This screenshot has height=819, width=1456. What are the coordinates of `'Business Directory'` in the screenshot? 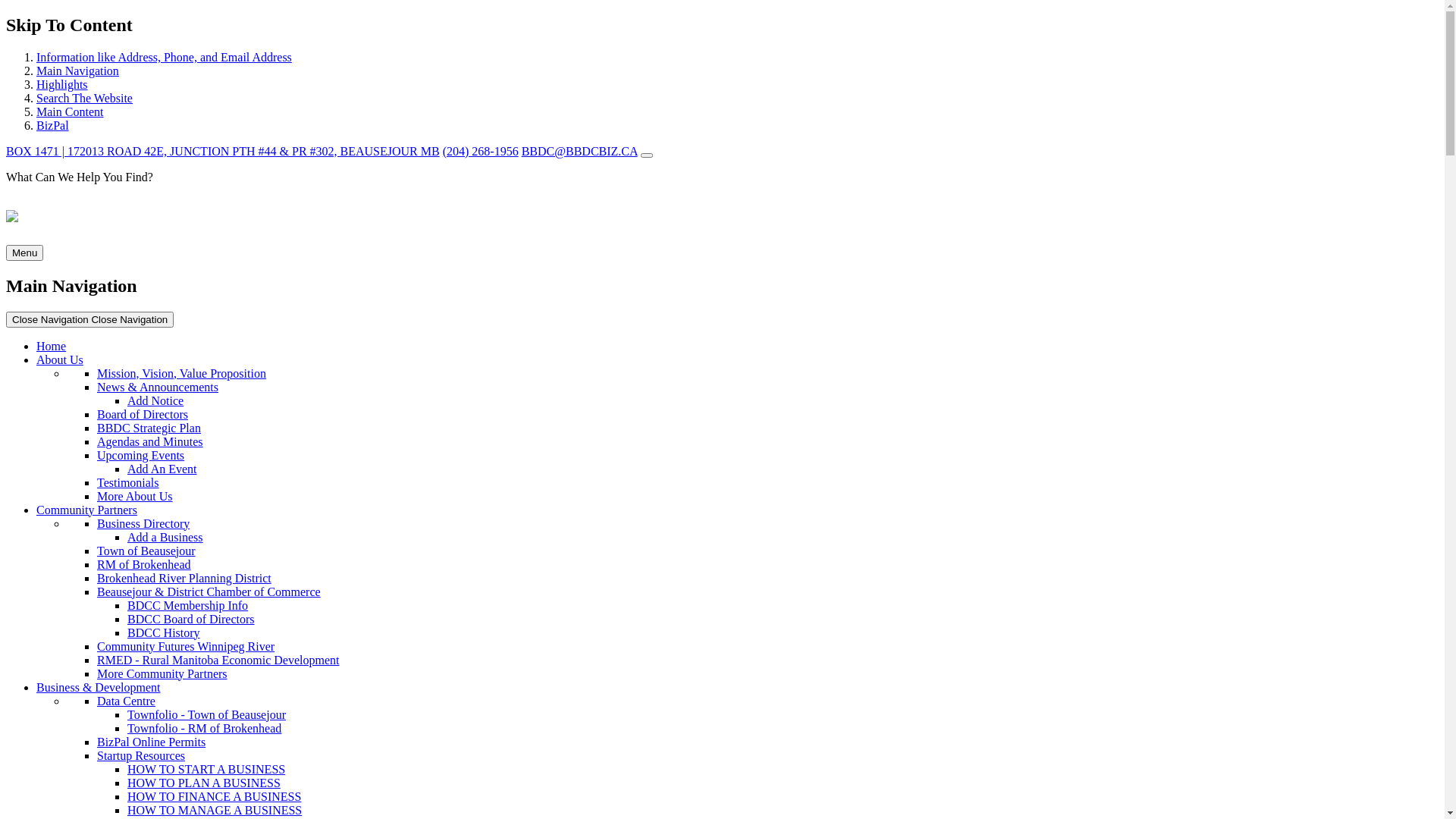 It's located at (143, 522).